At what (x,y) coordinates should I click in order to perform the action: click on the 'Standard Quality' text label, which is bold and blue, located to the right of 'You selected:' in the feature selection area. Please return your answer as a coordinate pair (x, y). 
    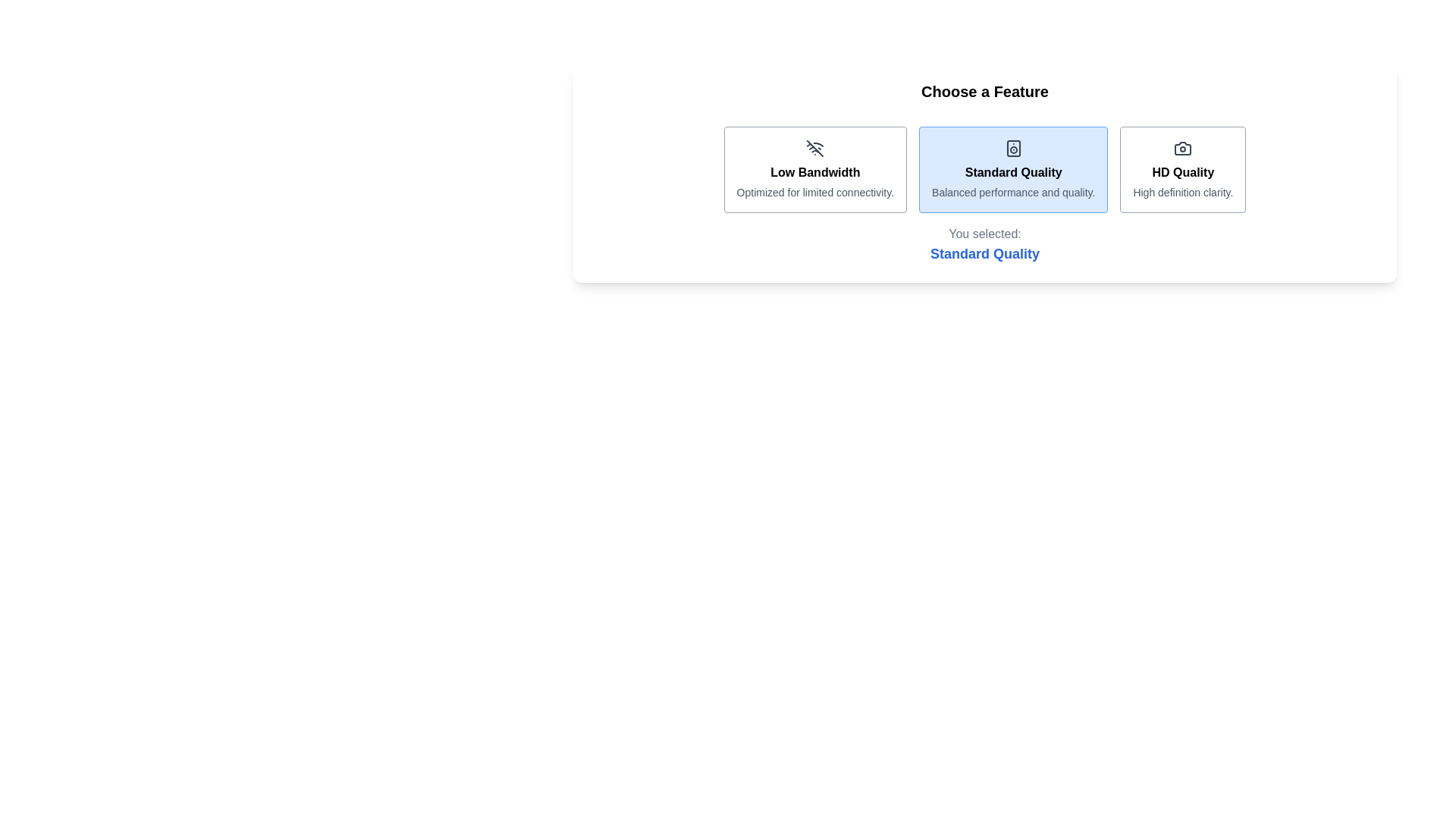
    Looking at the image, I should click on (985, 253).